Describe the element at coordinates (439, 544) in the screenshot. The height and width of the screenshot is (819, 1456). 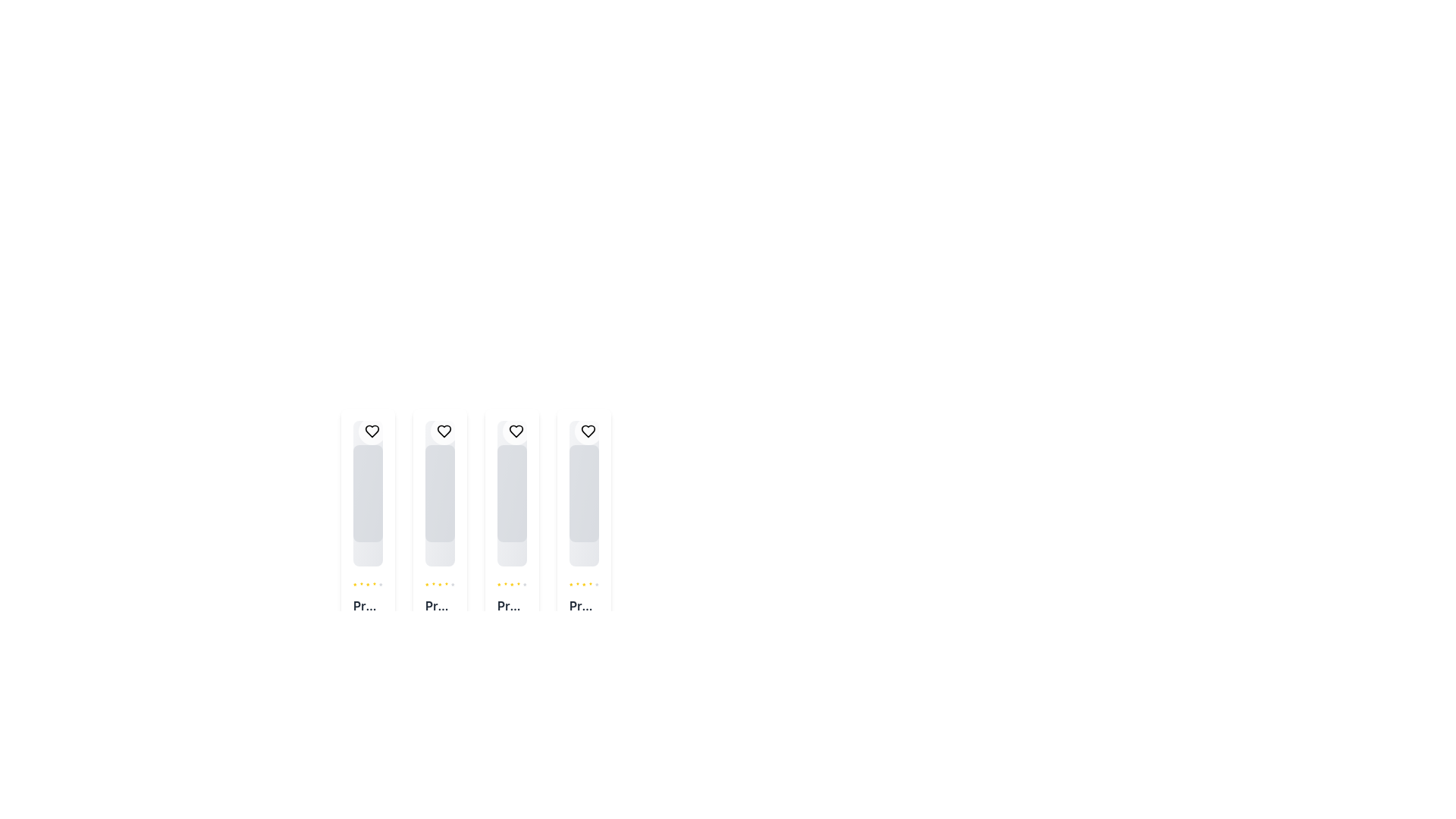
I see `the product card with a white background located in the second column of the grid layout` at that location.